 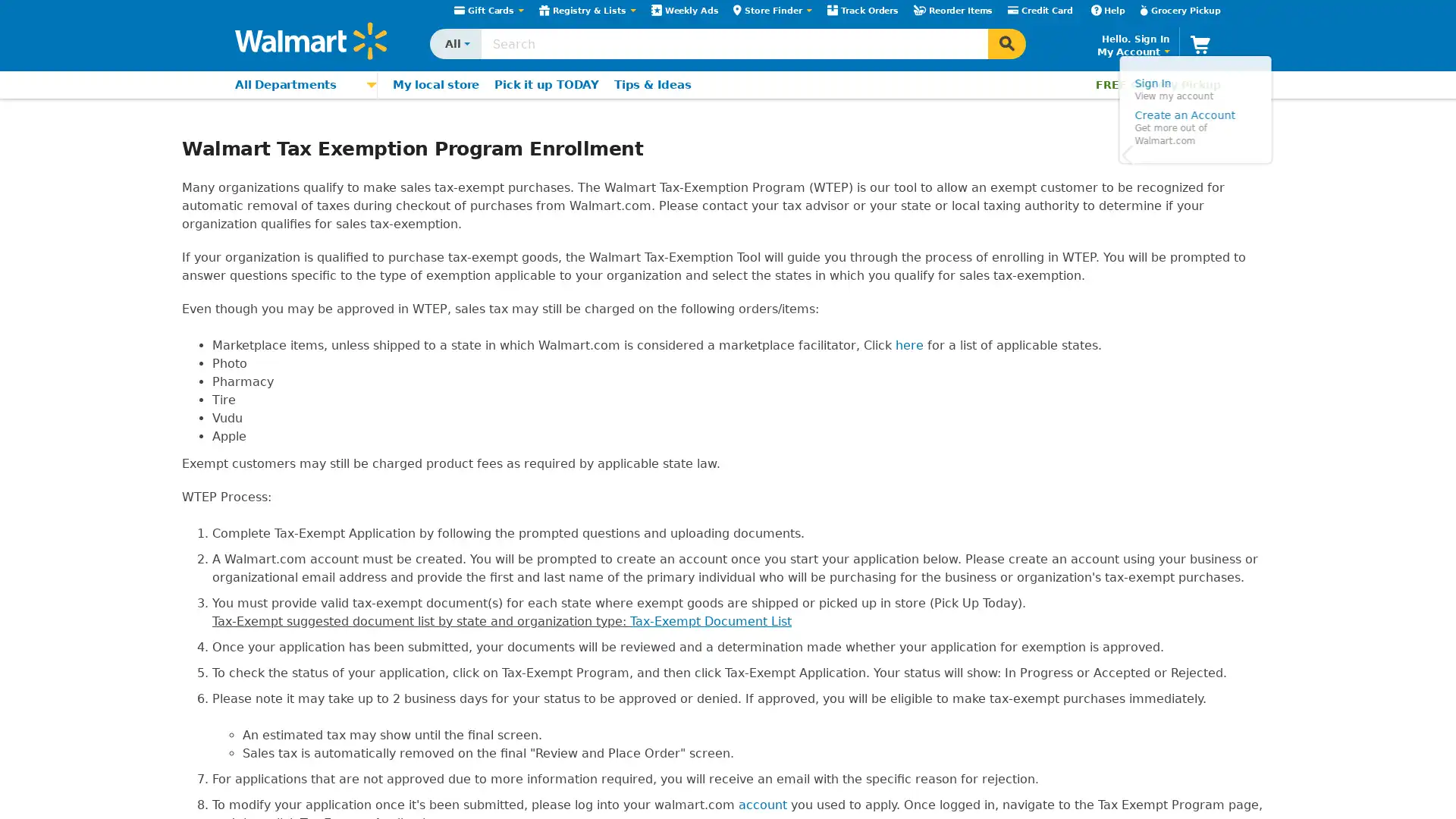 What do you see at coordinates (294, 163) in the screenshot?
I see `Movies, Music & Books` at bounding box center [294, 163].